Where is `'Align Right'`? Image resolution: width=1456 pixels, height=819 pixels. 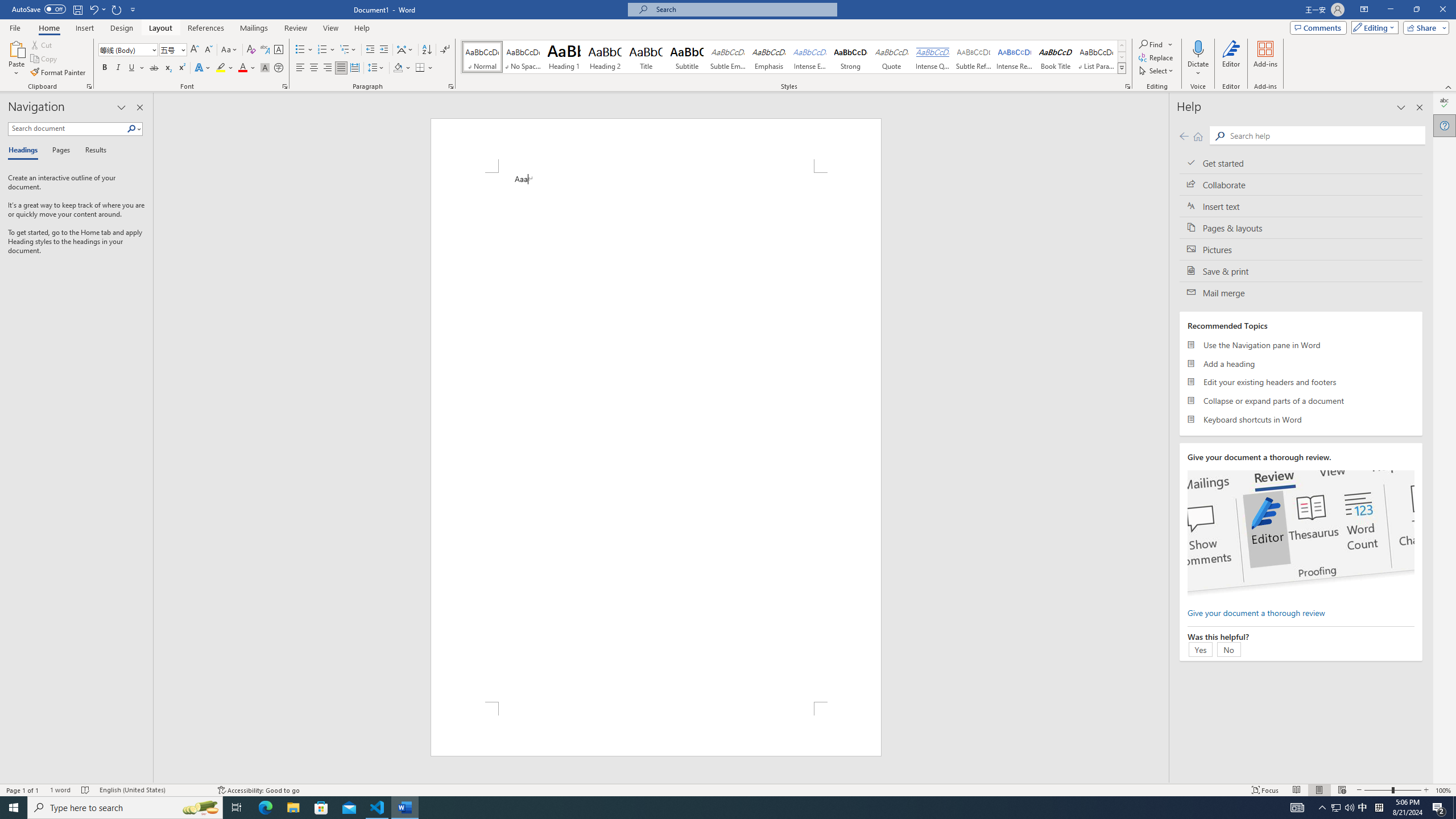
'Align Right' is located at coordinates (327, 67).